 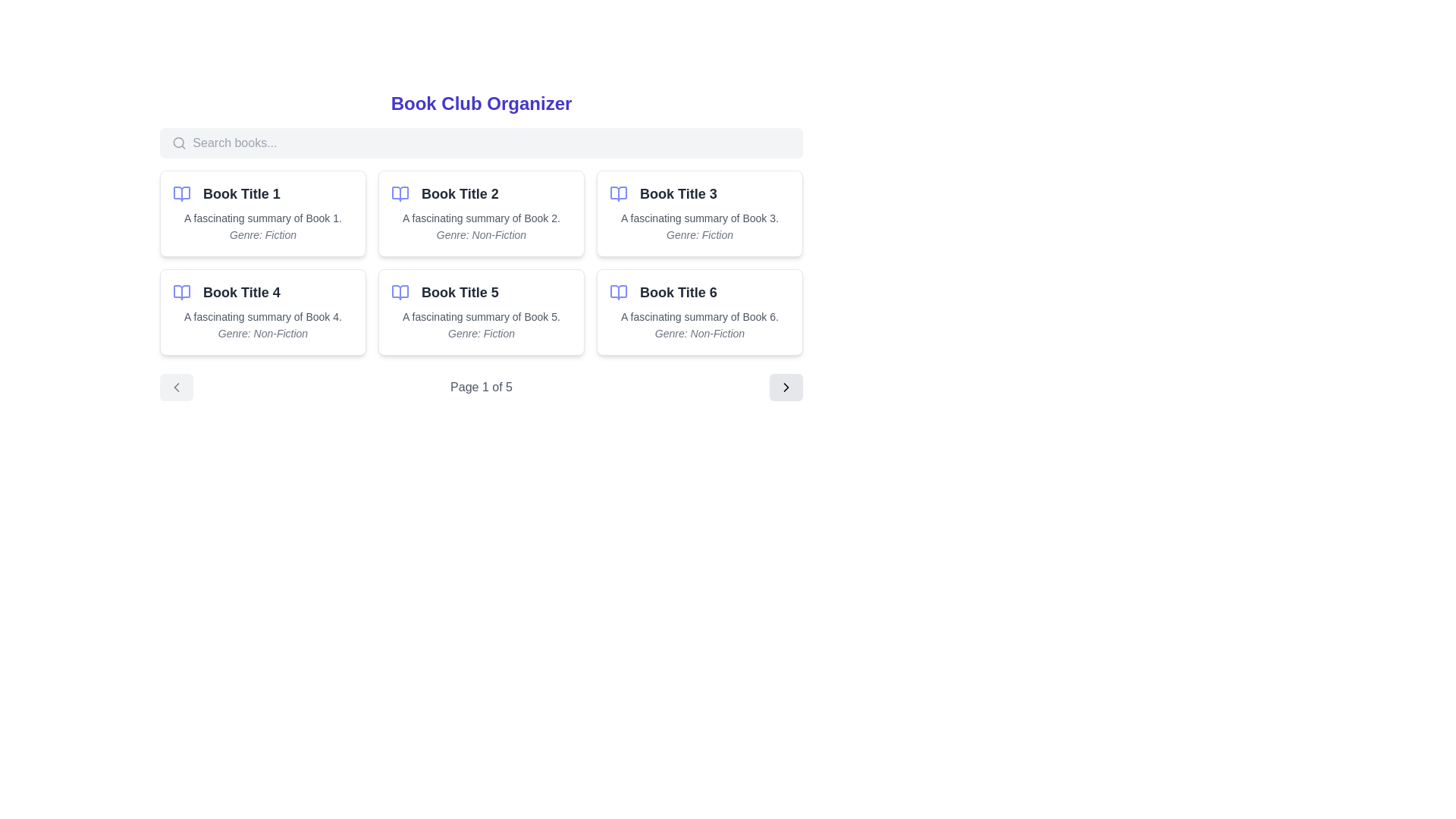 What do you see at coordinates (262, 315) in the screenshot?
I see `text that summarizes Book 4, which appears in a smaller grayish font below the title 'Book Title 4' in the card layout` at bounding box center [262, 315].